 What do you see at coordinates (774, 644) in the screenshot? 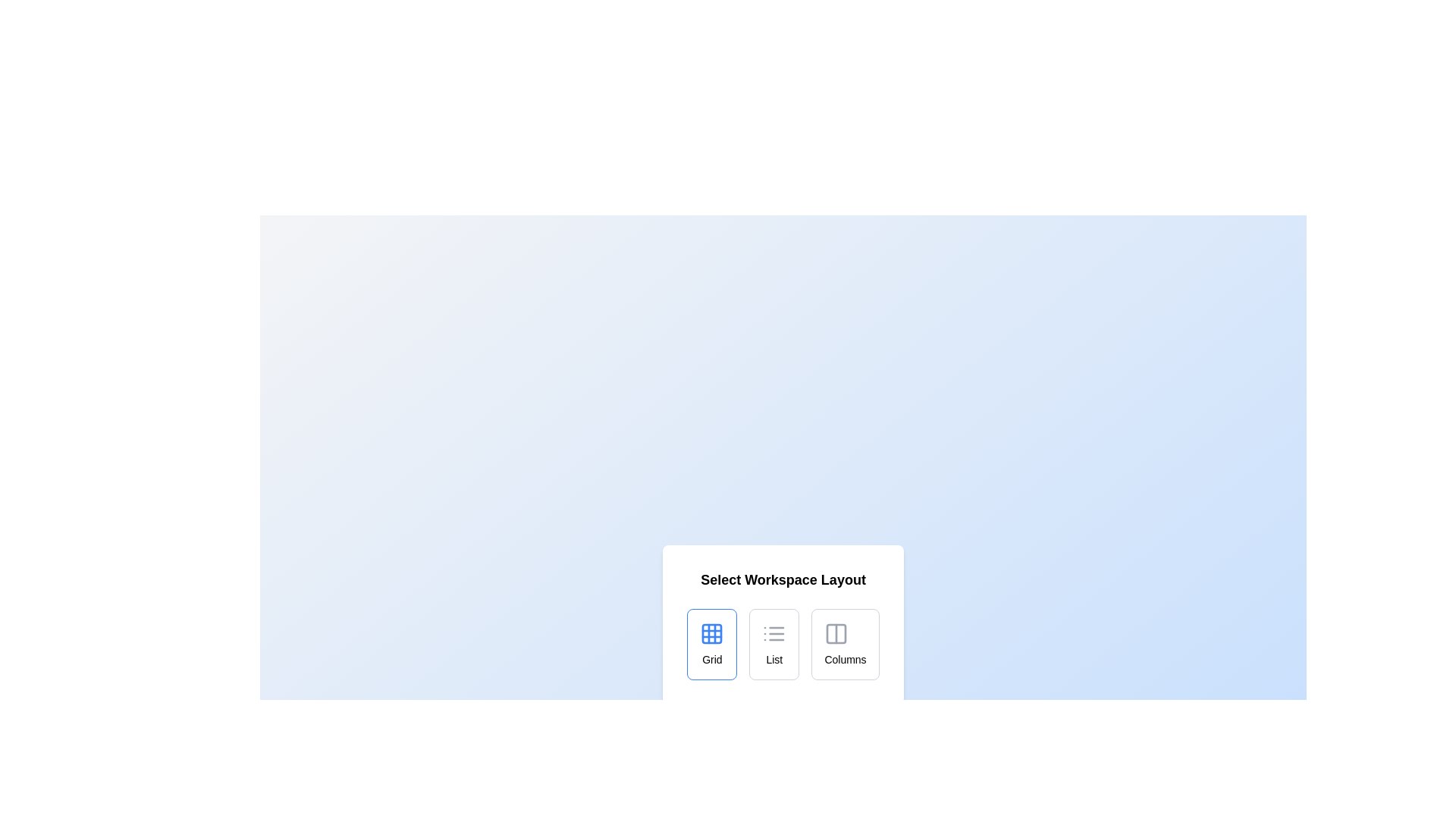
I see `the layout option List to observe visual feedback` at bounding box center [774, 644].